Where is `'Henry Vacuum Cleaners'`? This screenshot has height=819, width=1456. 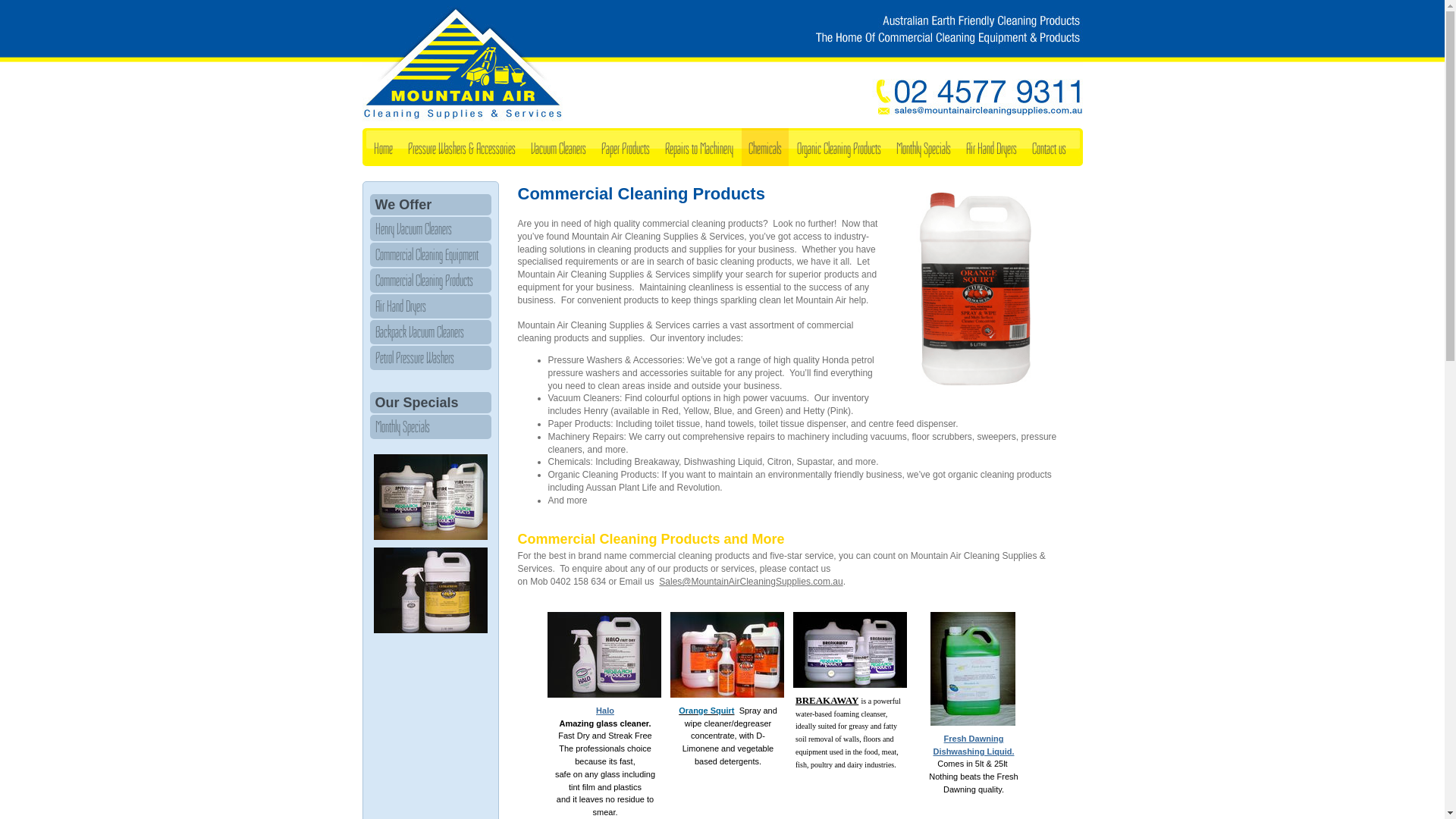 'Henry Vacuum Cleaners' is located at coordinates (429, 228).